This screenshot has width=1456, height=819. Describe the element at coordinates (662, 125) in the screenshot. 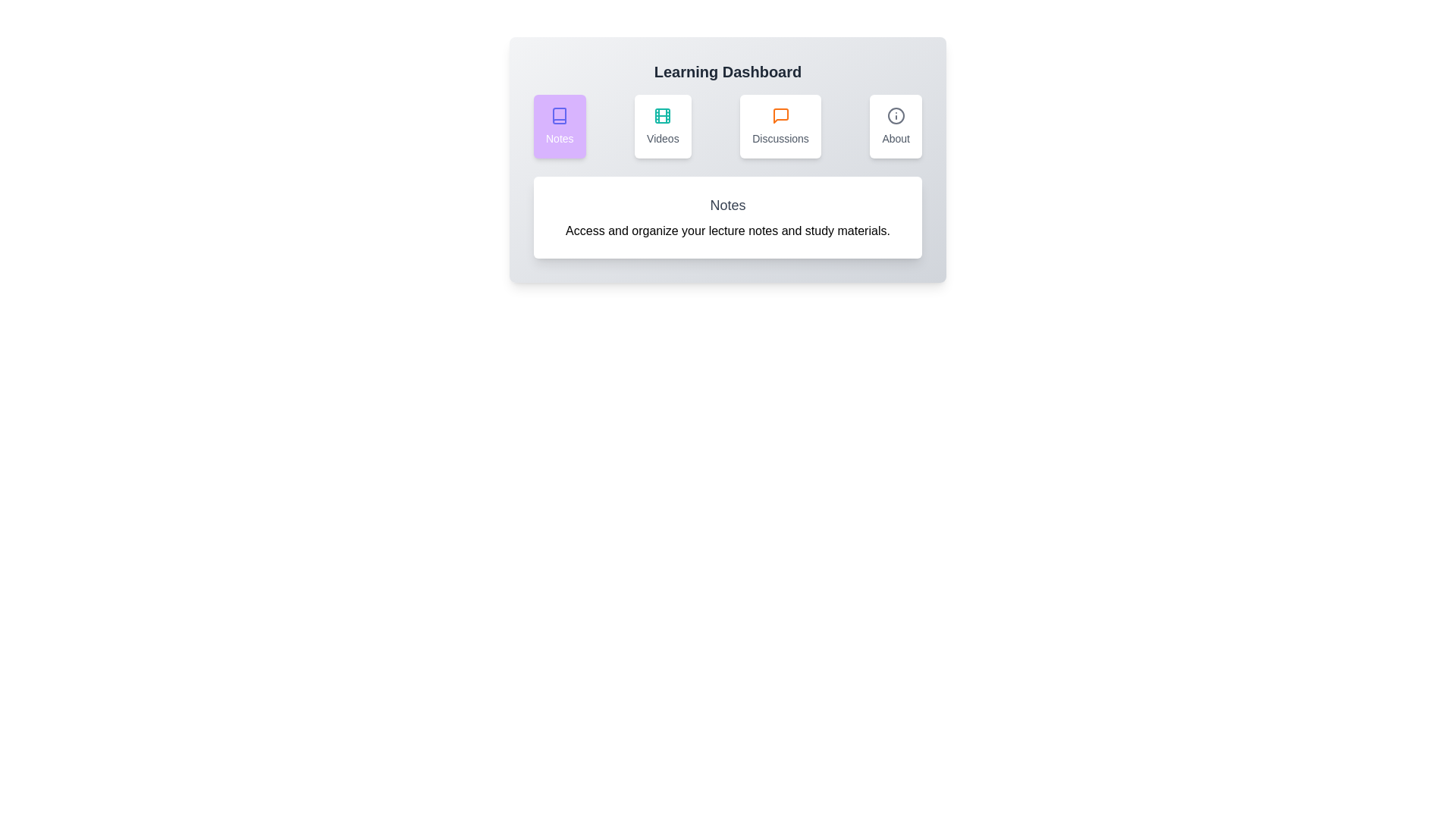

I see `the Videos tab by clicking on its corresponding button` at that location.